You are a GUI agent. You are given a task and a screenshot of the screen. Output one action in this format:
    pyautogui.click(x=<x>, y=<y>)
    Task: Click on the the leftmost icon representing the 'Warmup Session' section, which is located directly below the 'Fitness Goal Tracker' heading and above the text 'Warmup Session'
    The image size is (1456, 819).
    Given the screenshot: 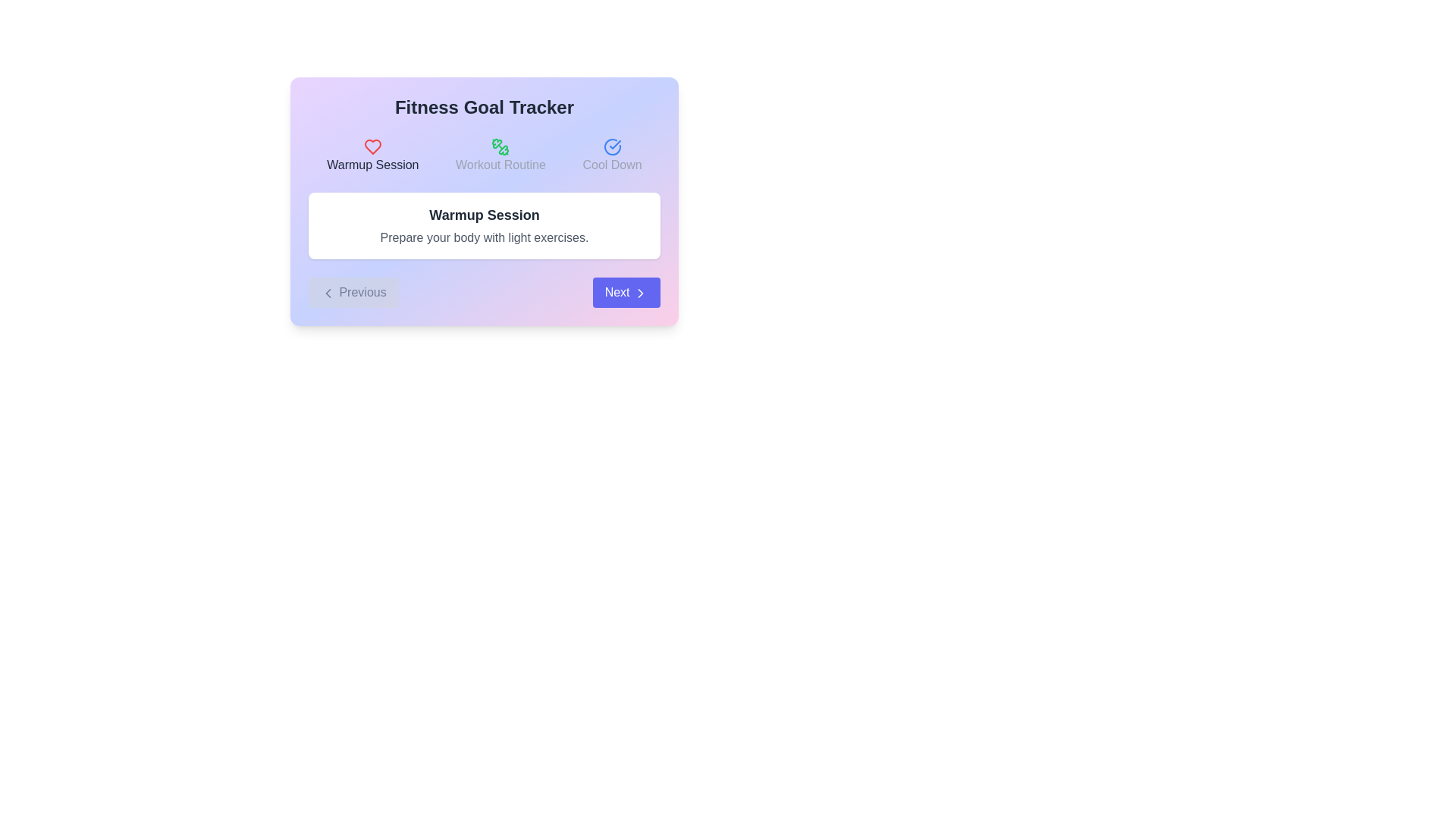 What is the action you would take?
    pyautogui.click(x=372, y=146)
    